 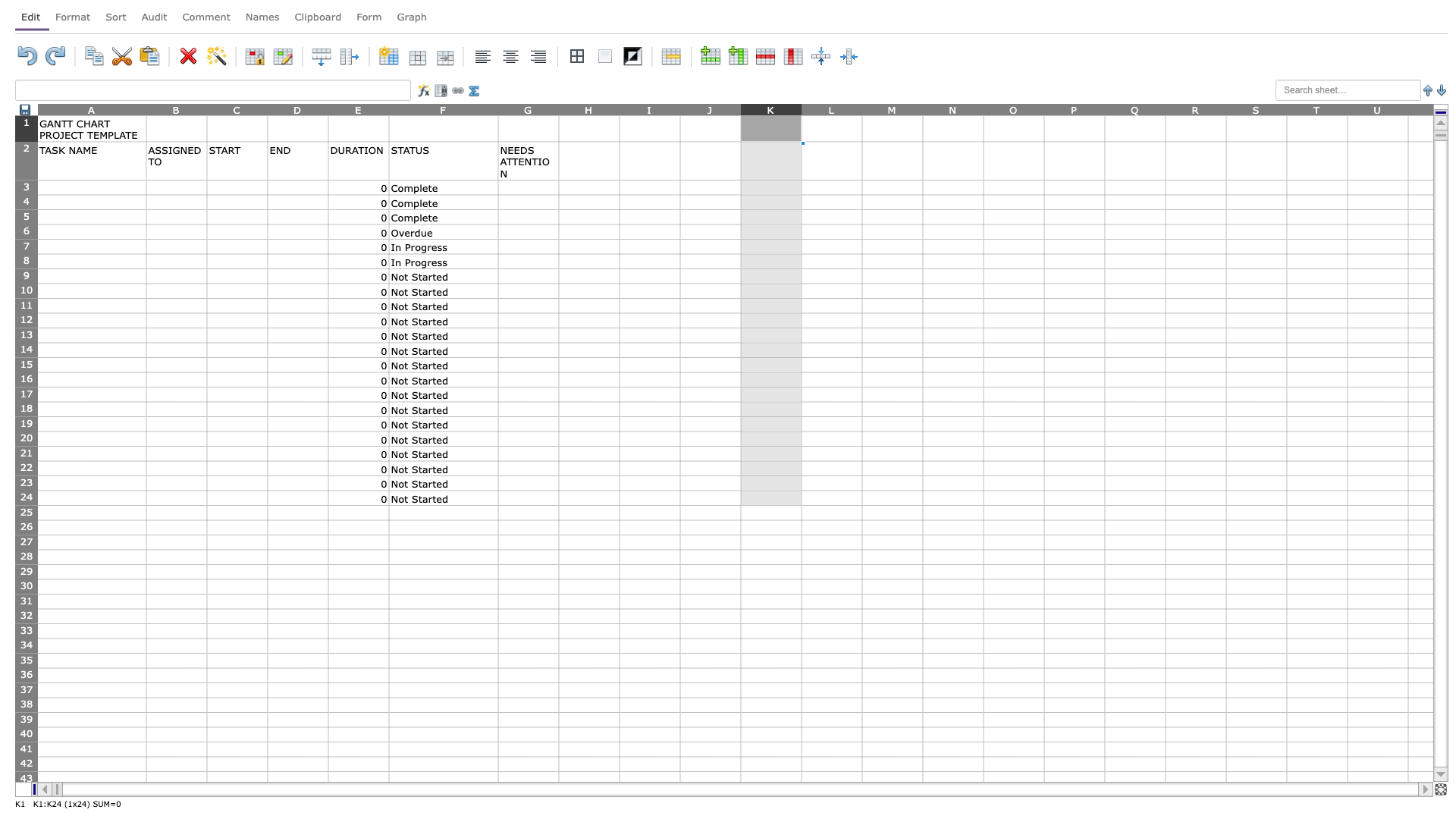 I want to click on the width adjustment handle for column M, so click(x=922, y=108).